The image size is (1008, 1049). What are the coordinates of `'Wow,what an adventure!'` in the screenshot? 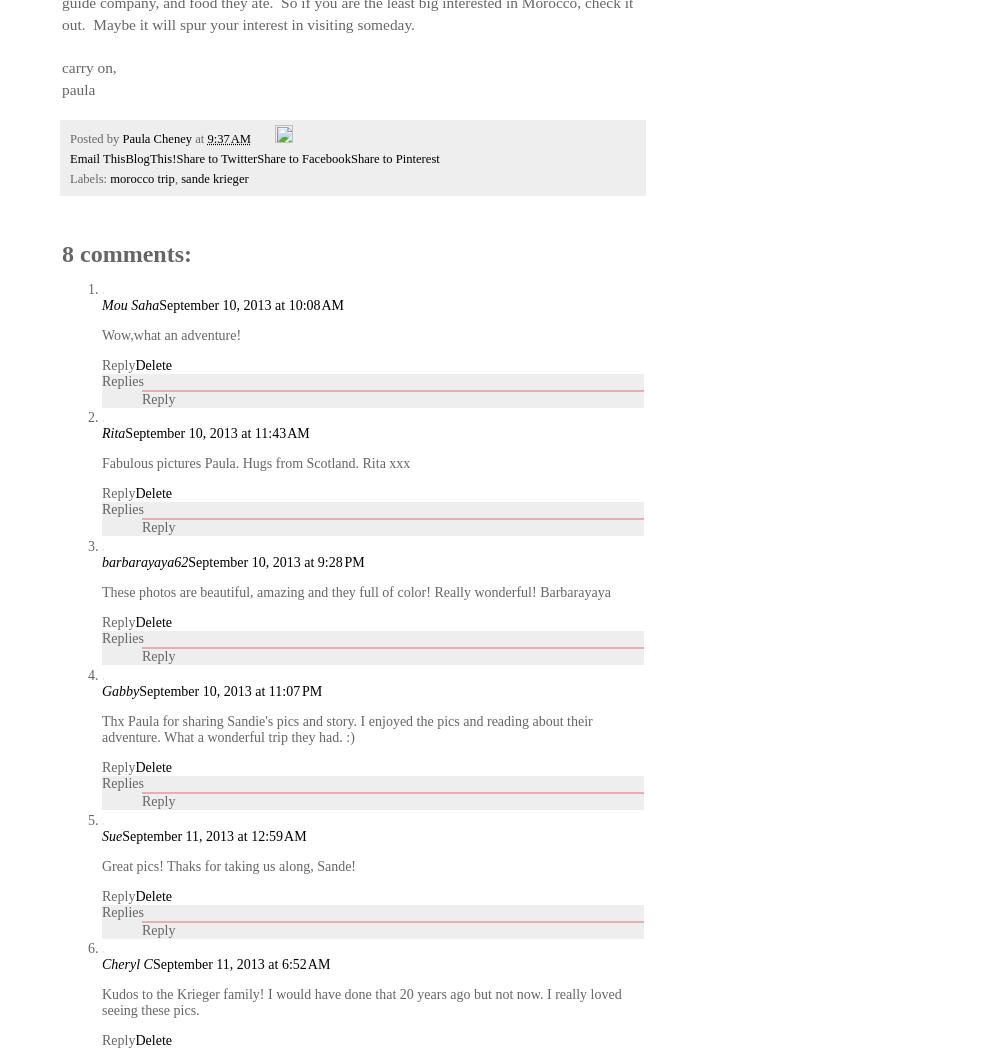 It's located at (171, 333).